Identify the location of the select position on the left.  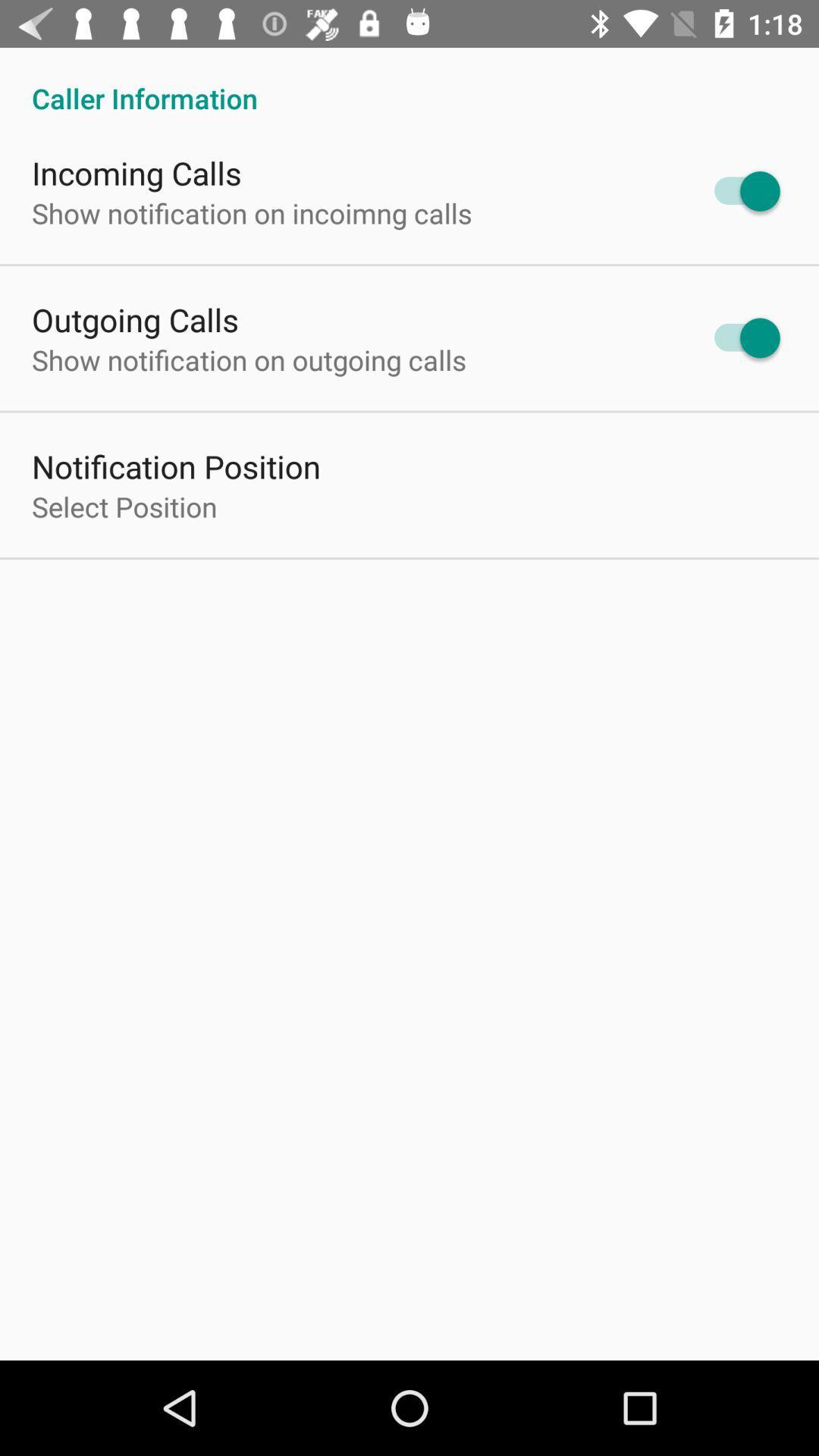
(124, 507).